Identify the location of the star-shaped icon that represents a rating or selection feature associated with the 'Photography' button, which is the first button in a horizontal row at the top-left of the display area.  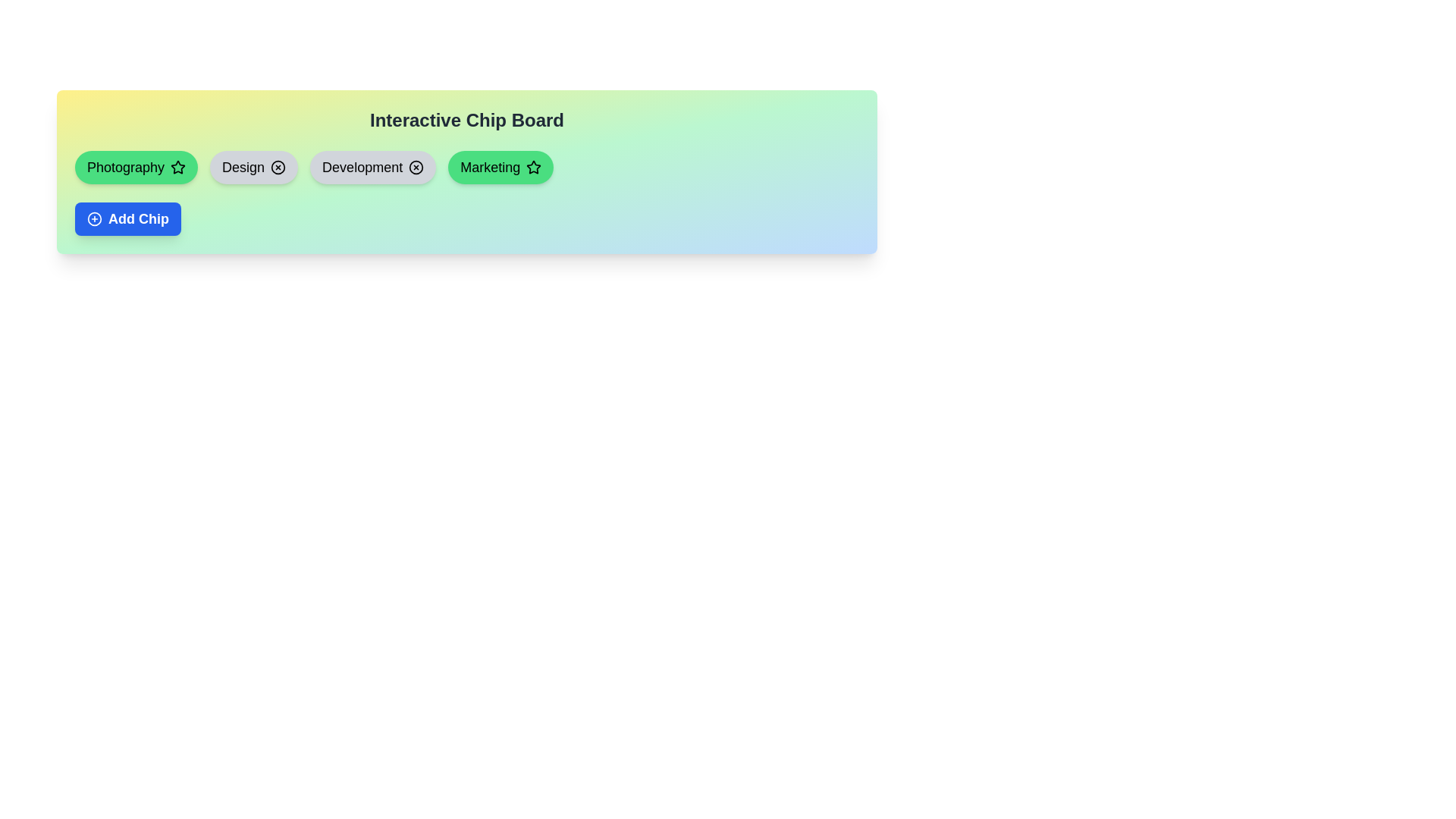
(178, 167).